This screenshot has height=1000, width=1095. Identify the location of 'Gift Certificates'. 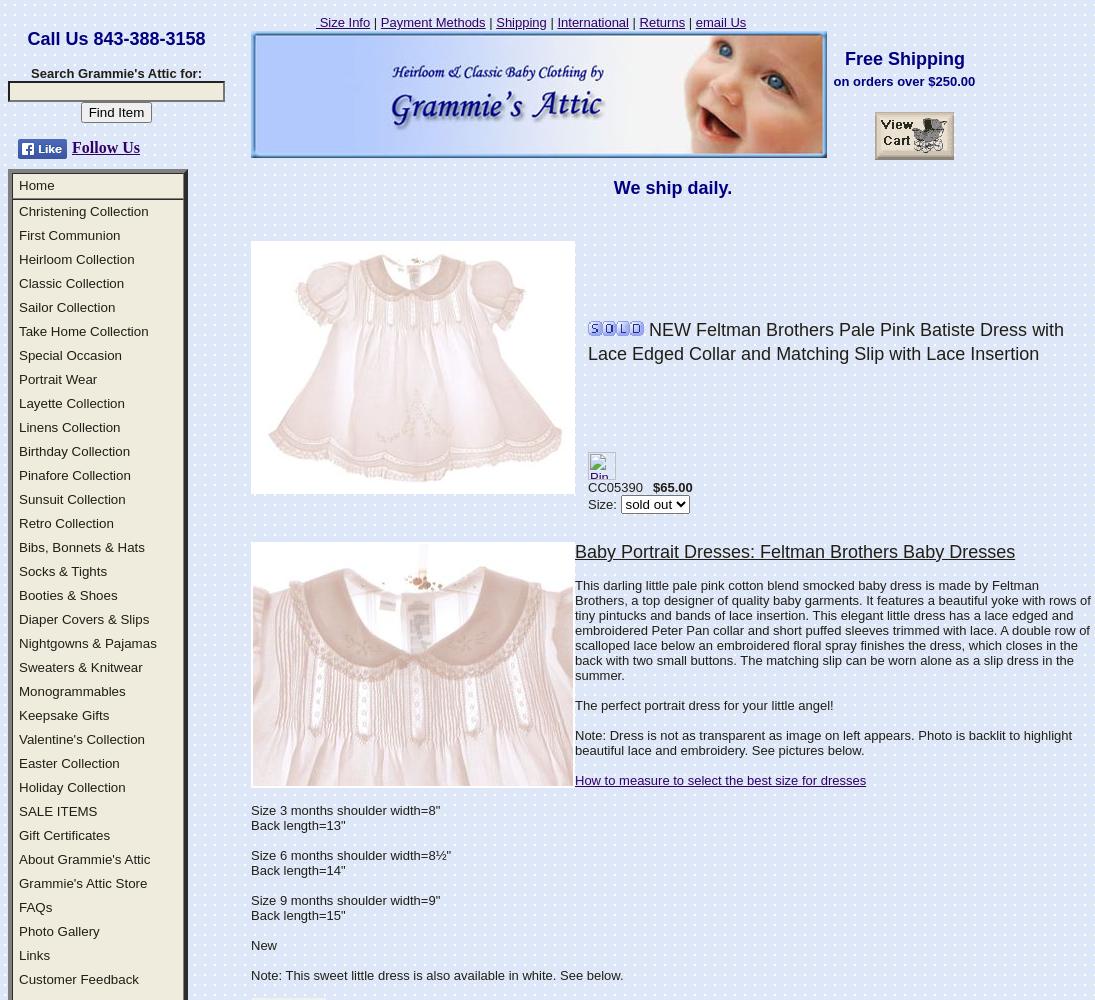
(63, 834).